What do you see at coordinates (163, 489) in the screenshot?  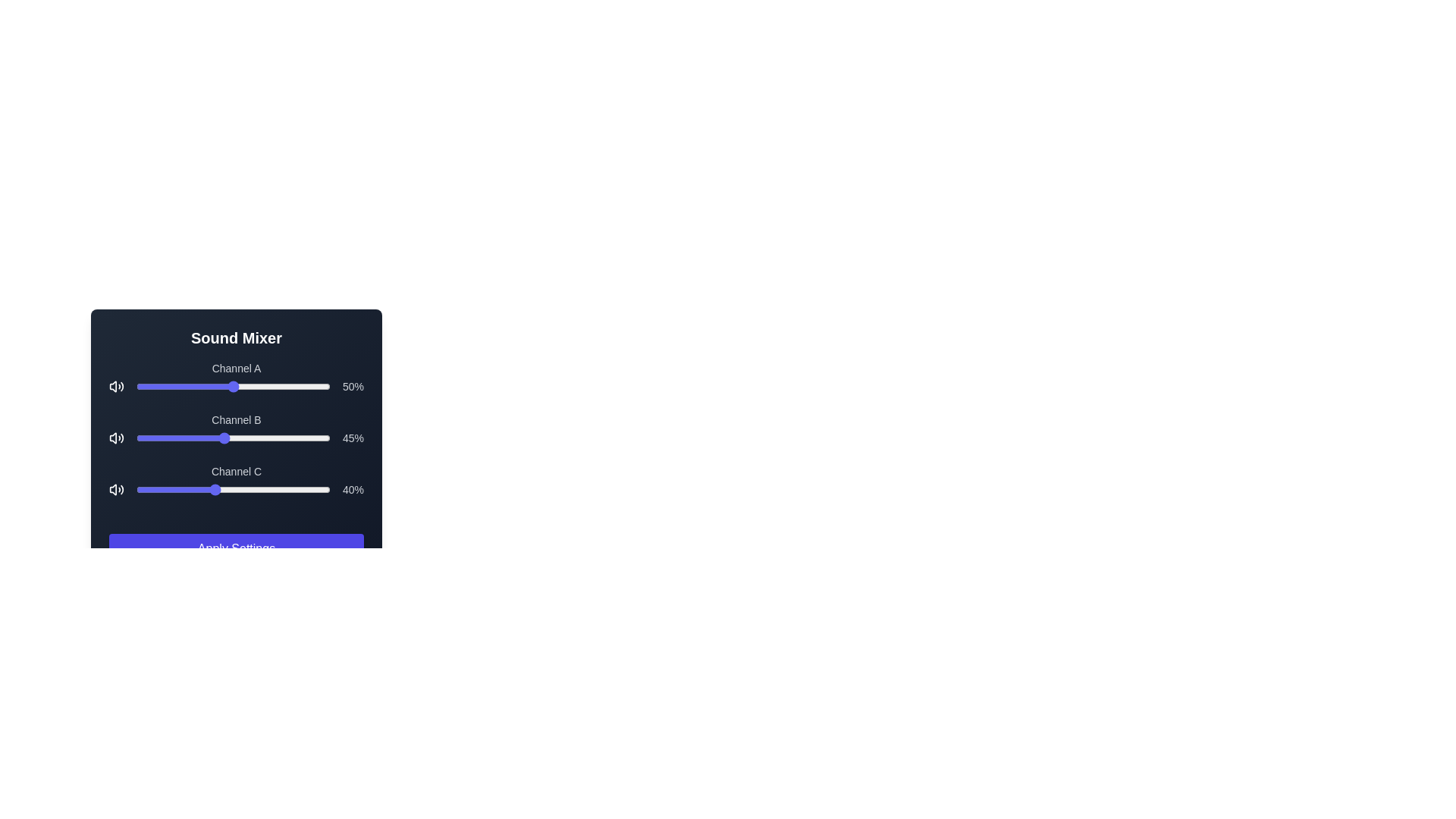 I see `Channel C volume` at bounding box center [163, 489].